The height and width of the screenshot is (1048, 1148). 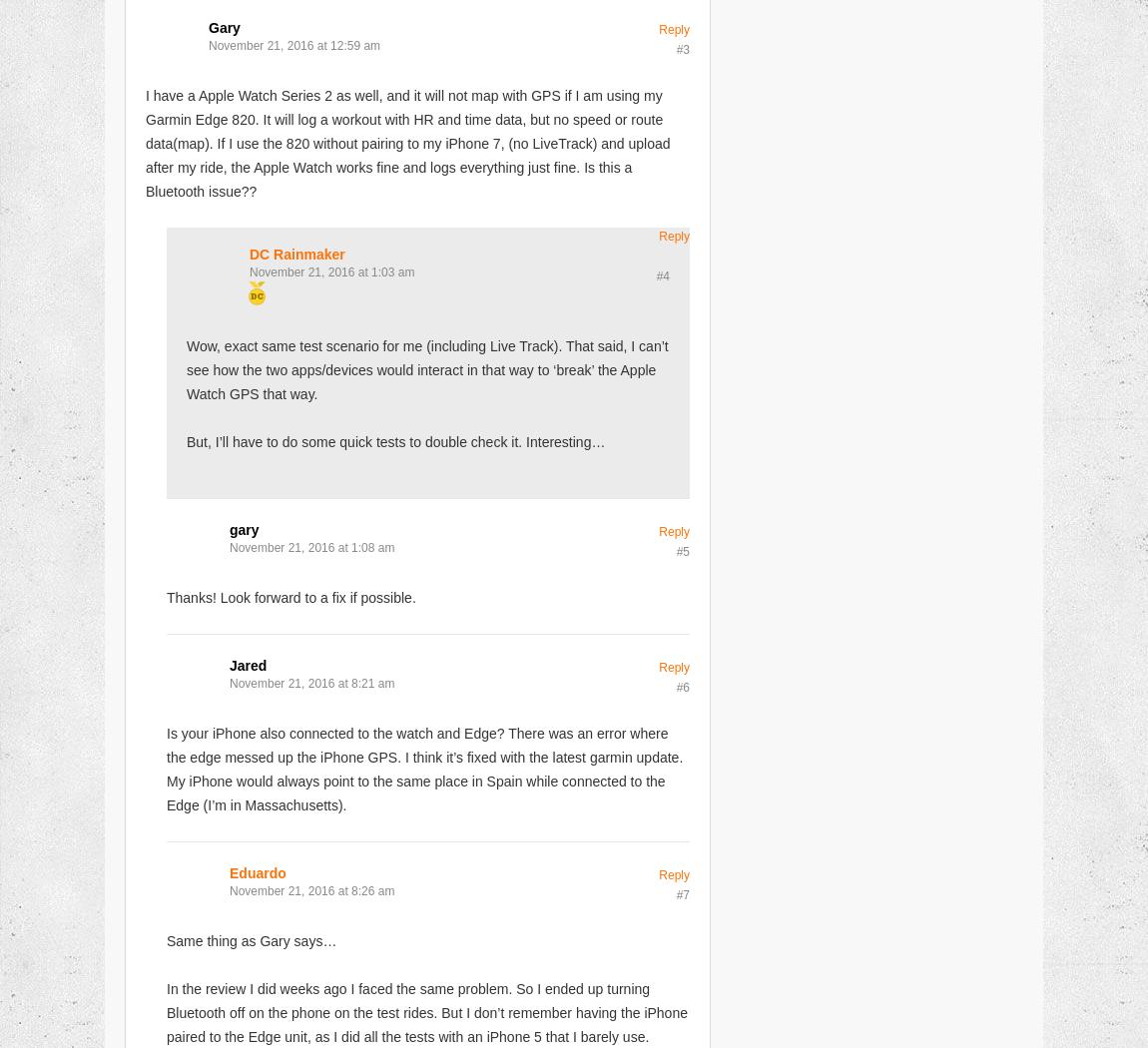 What do you see at coordinates (223, 26) in the screenshot?
I see `'Gary'` at bounding box center [223, 26].